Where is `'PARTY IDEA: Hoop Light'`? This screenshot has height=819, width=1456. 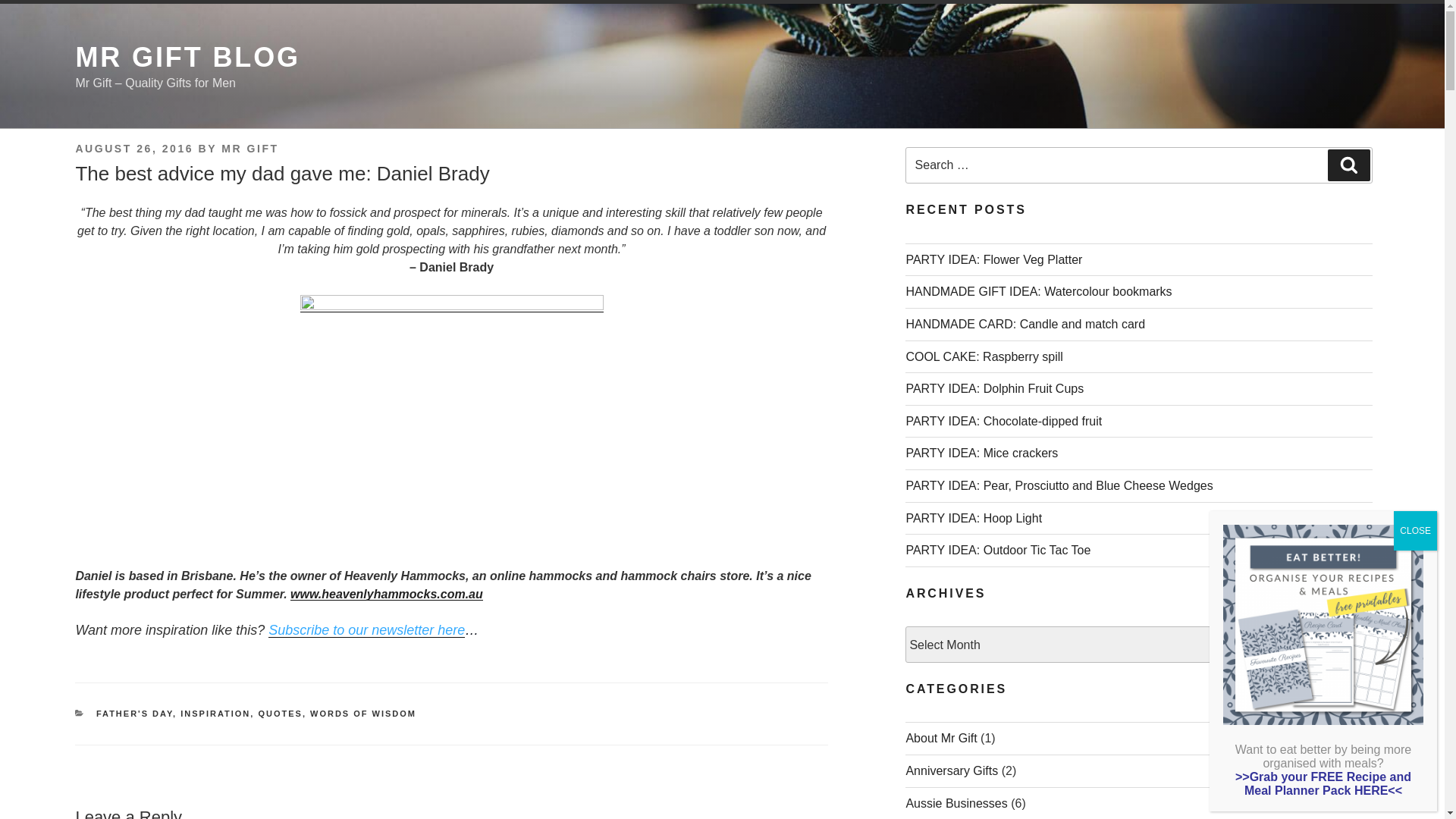 'PARTY IDEA: Hoop Light' is located at coordinates (905, 517).